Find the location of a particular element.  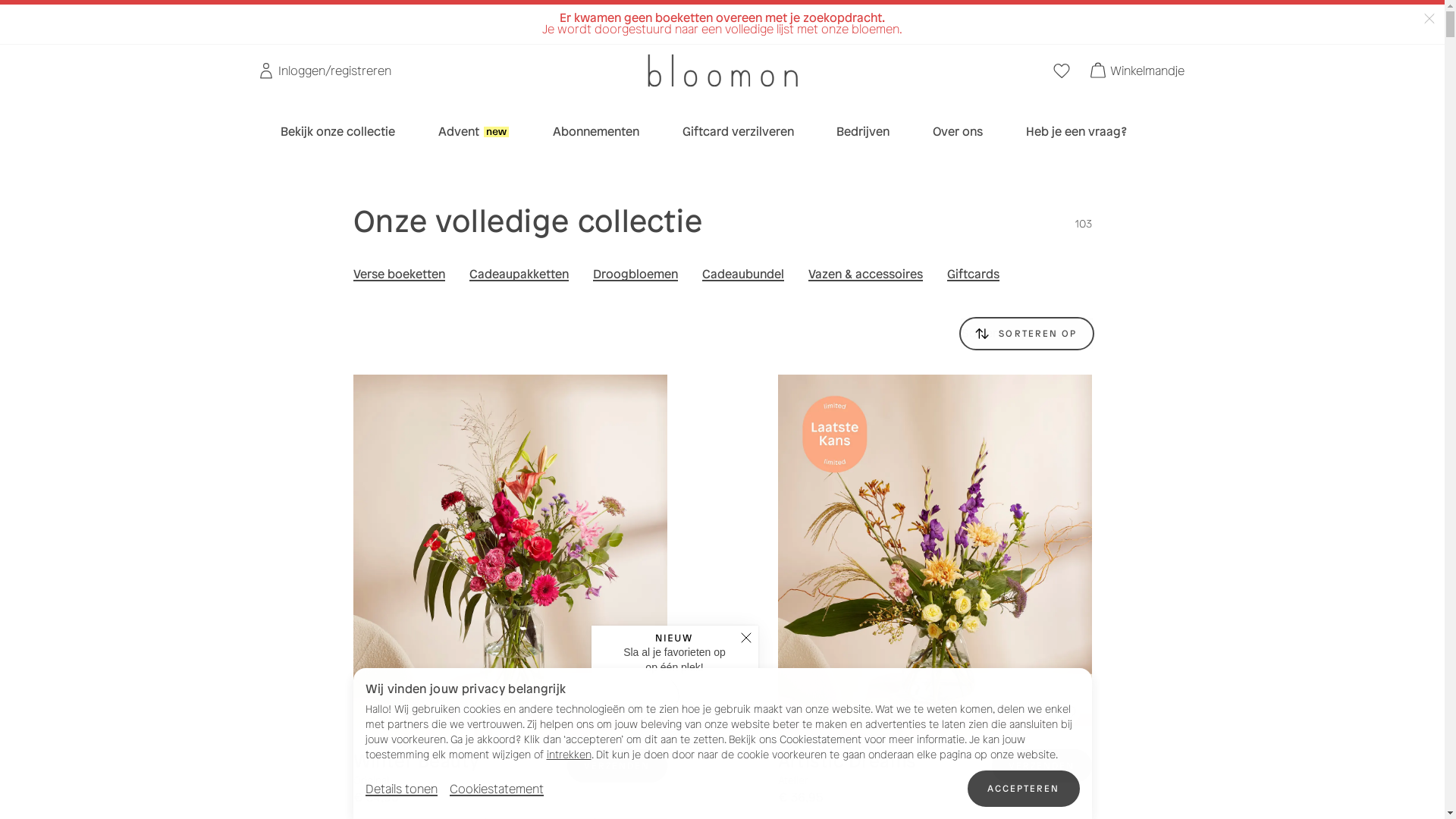

'Cadeaupakketten' is located at coordinates (468, 275).